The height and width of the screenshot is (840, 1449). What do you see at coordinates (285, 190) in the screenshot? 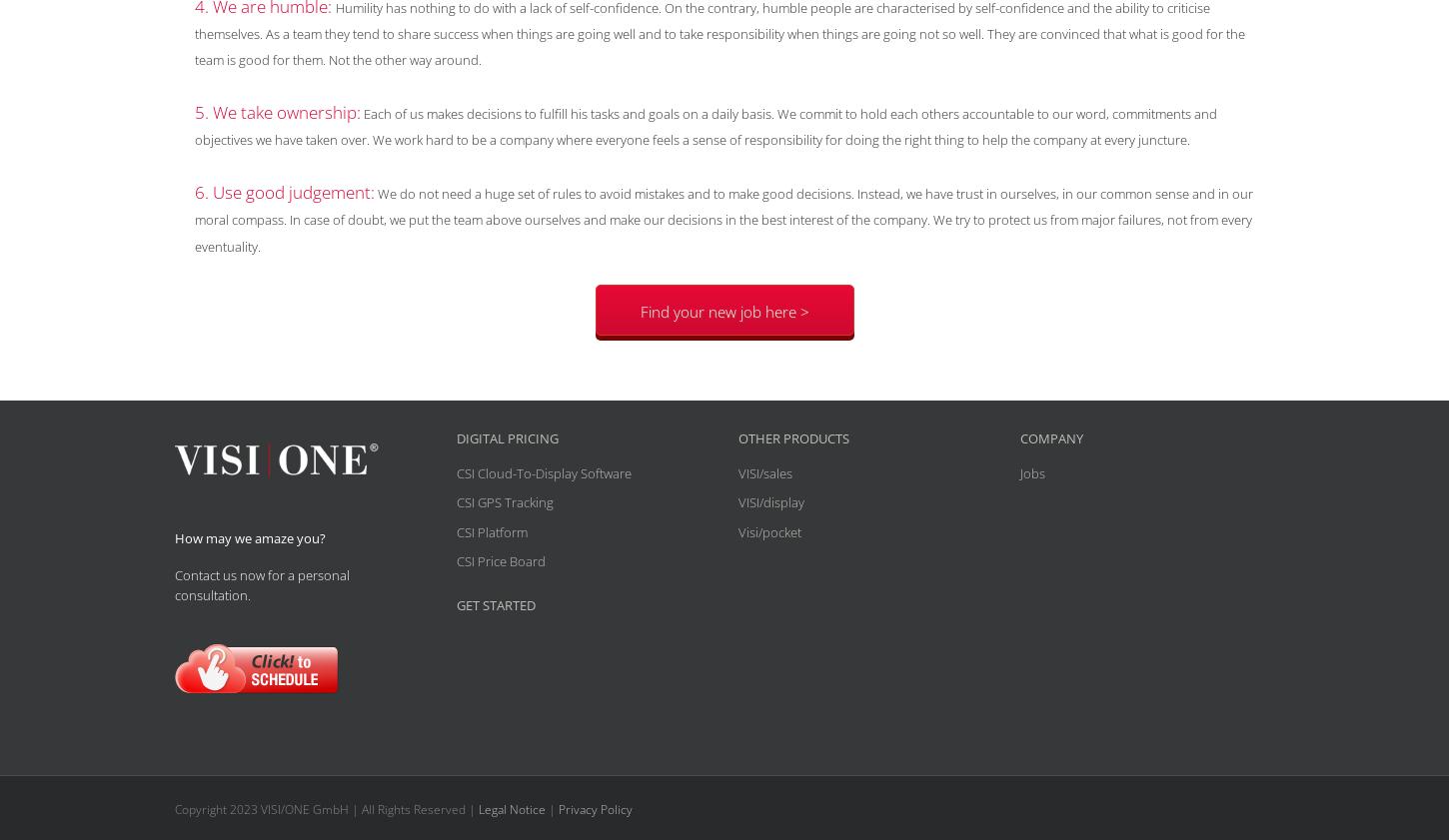
I see `'6. Use good judgement:'` at bounding box center [285, 190].